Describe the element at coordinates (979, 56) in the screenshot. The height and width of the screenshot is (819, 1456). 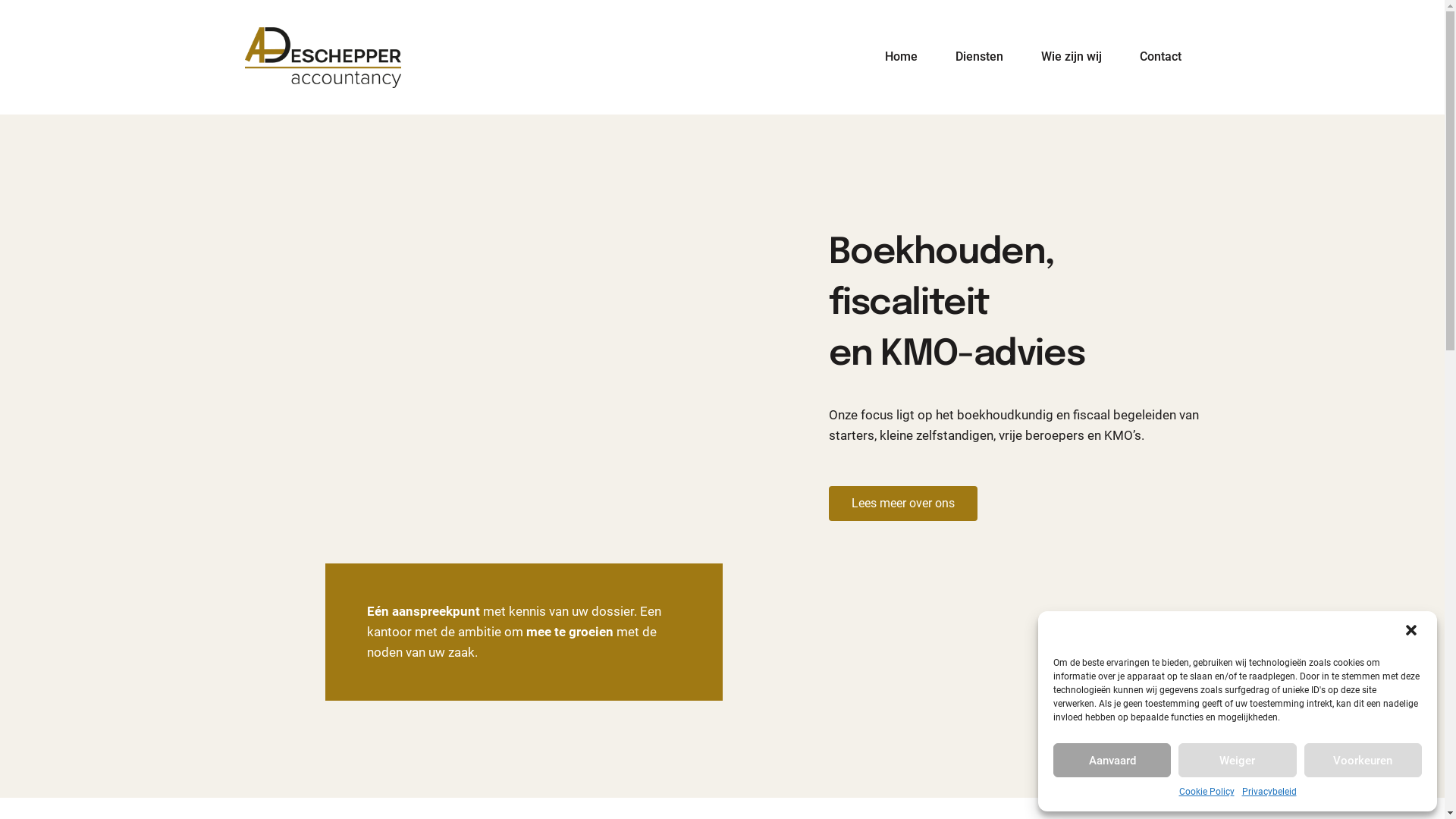
I see `'Diensten'` at that location.